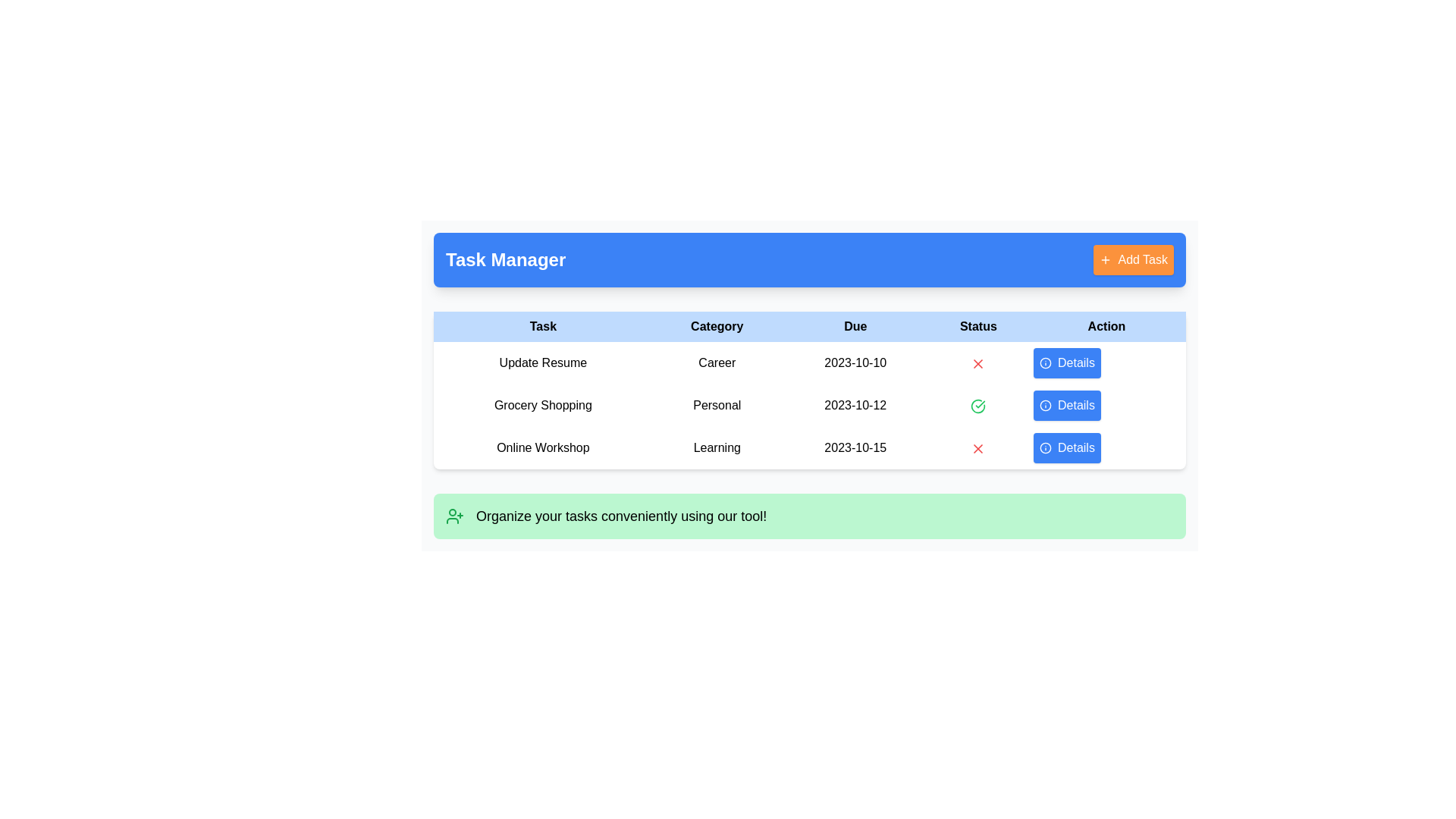 The width and height of the screenshot is (1456, 819). What do you see at coordinates (506, 259) in the screenshot?
I see `displayed text 'Task Manager' from the header styled in bold font located in the blue background region at the top of the interface` at bounding box center [506, 259].